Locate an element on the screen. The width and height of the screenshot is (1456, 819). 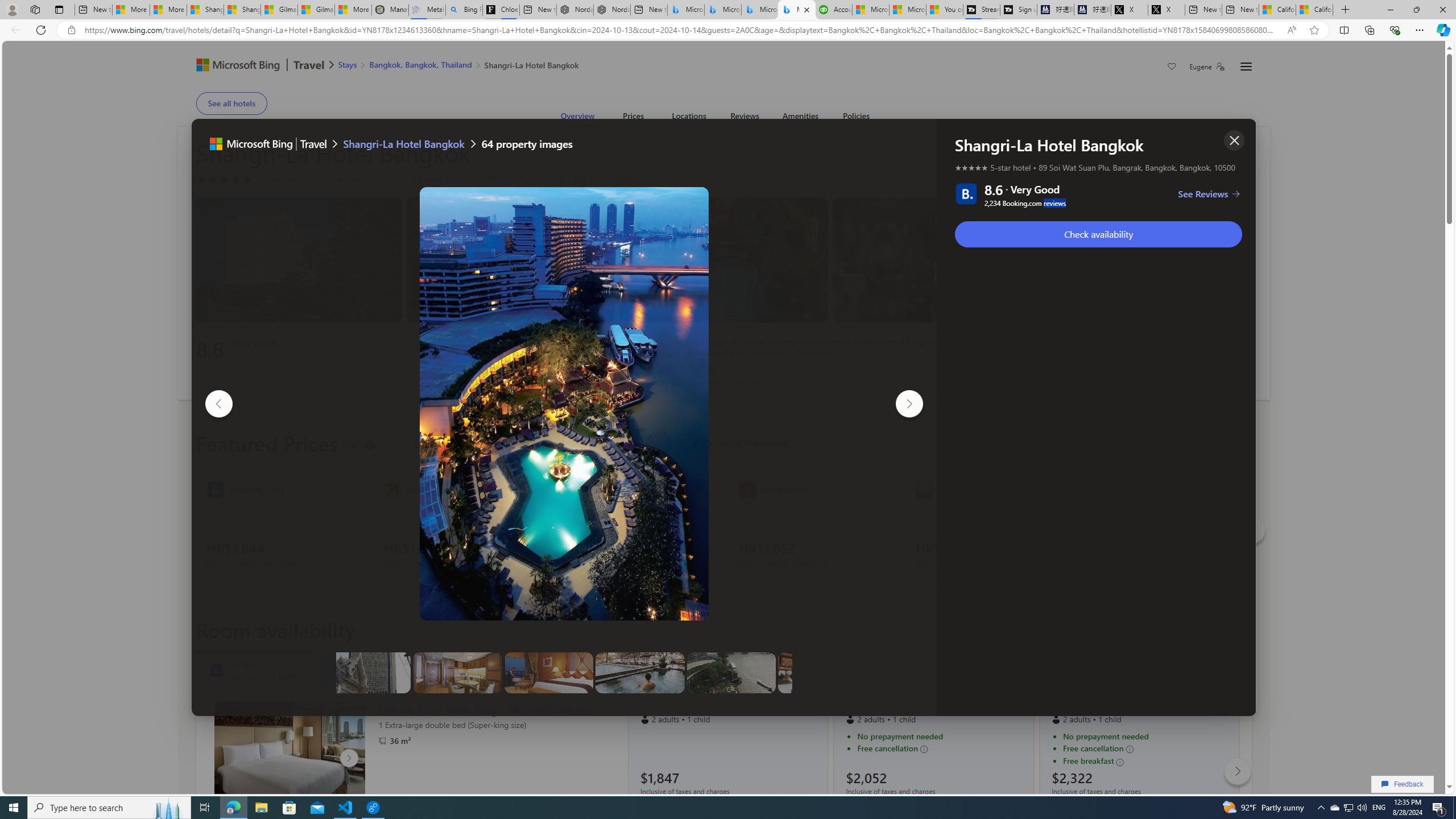
'Nordace - #1 Japanese Best-Seller - Siena Smart Backpack' is located at coordinates (611, 9).